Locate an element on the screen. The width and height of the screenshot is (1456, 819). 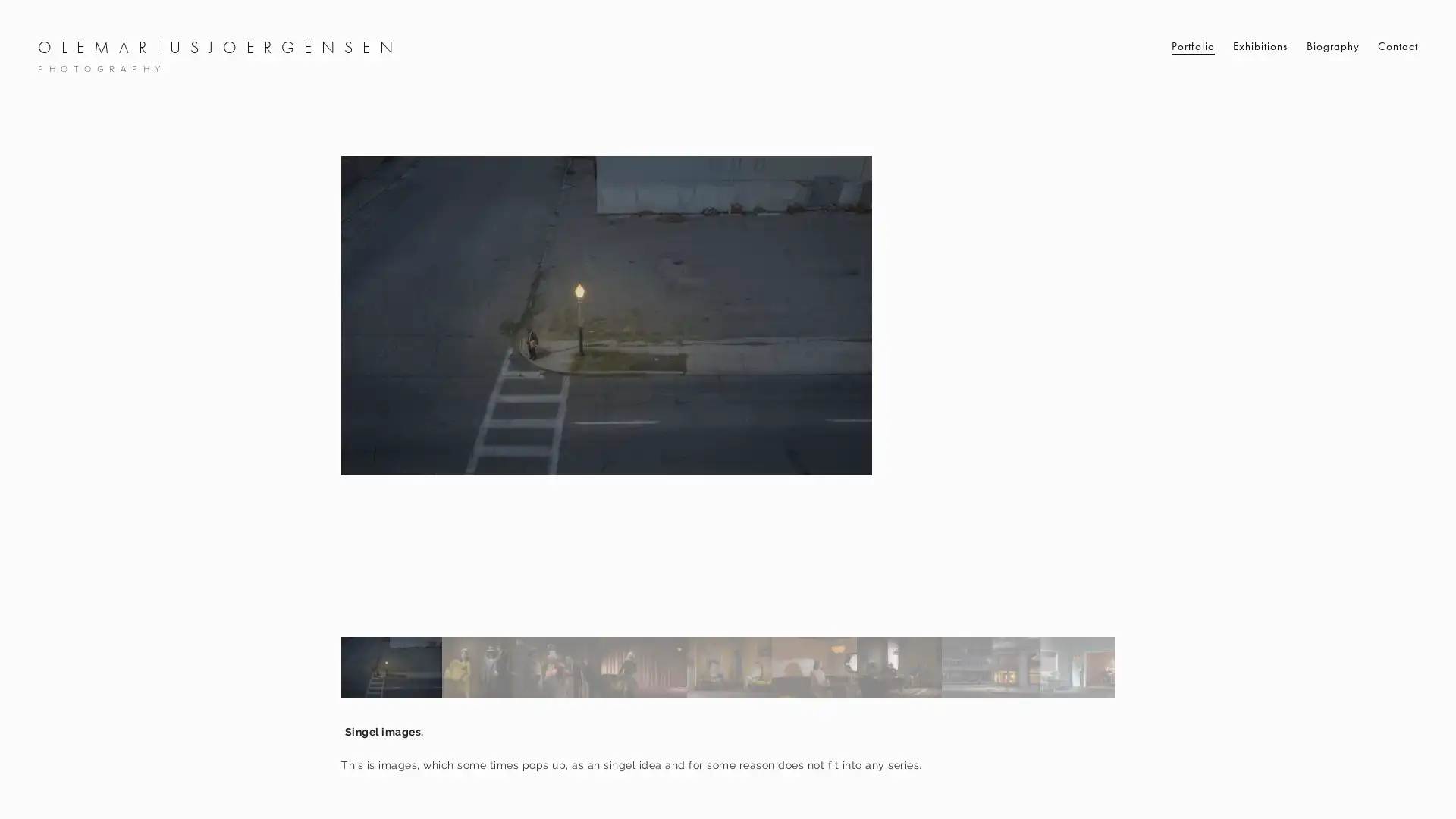
Slide 2 is located at coordinates (478, 666).